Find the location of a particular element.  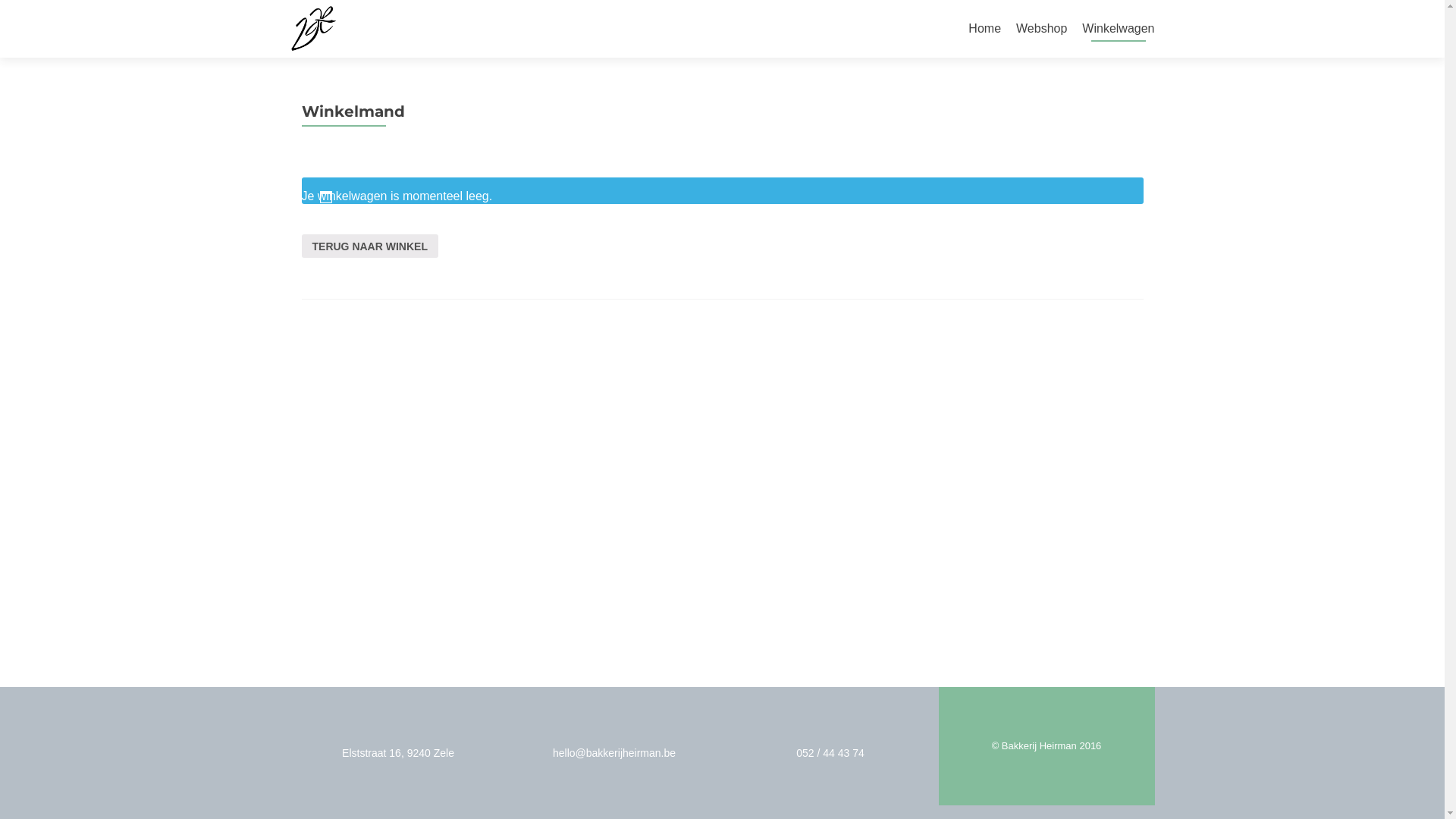

'hello@bakkerijheirman.be' is located at coordinates (614, 752).